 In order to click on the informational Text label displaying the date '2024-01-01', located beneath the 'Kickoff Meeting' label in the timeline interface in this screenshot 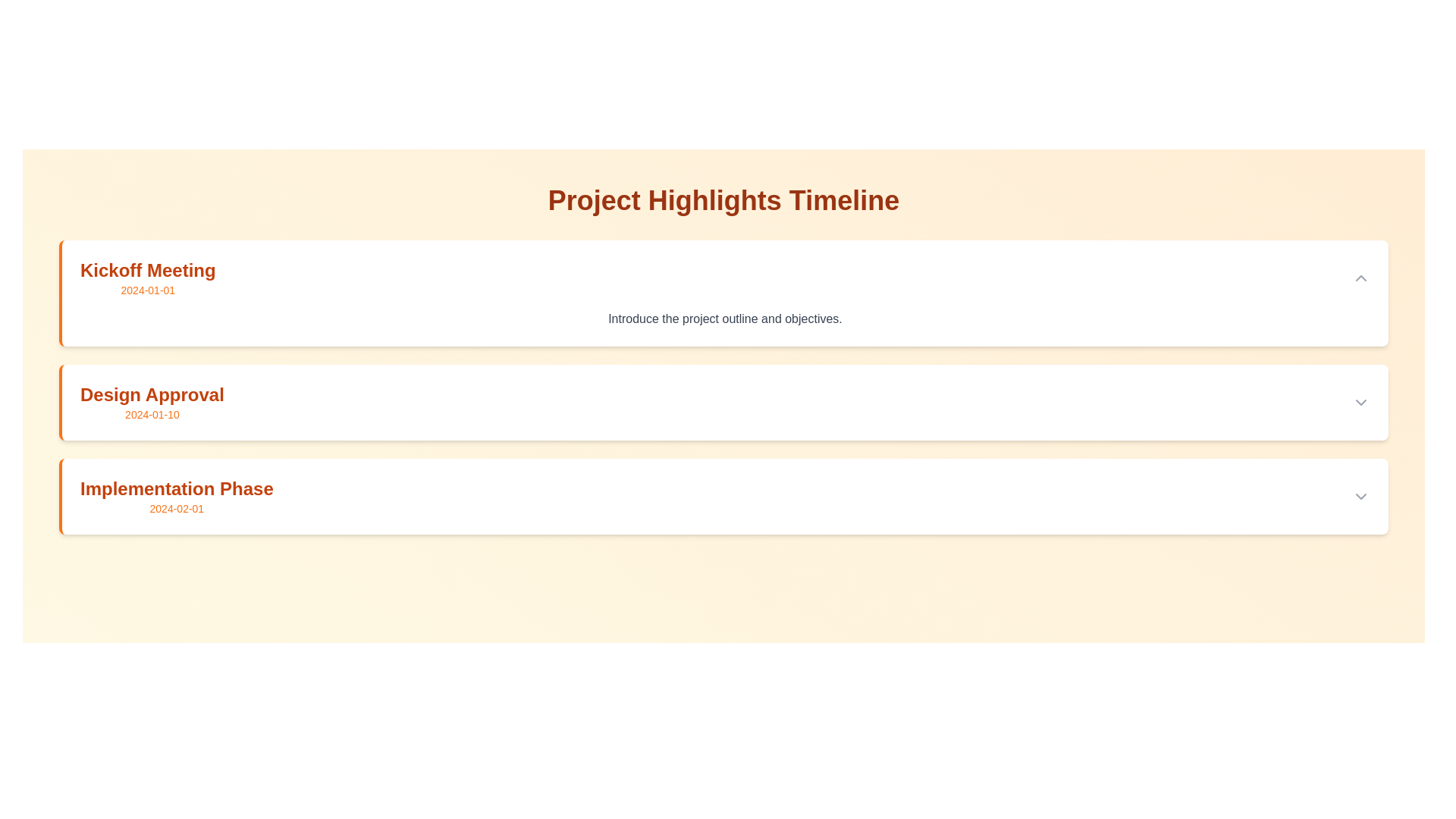, I will do `click(148, 290)`.